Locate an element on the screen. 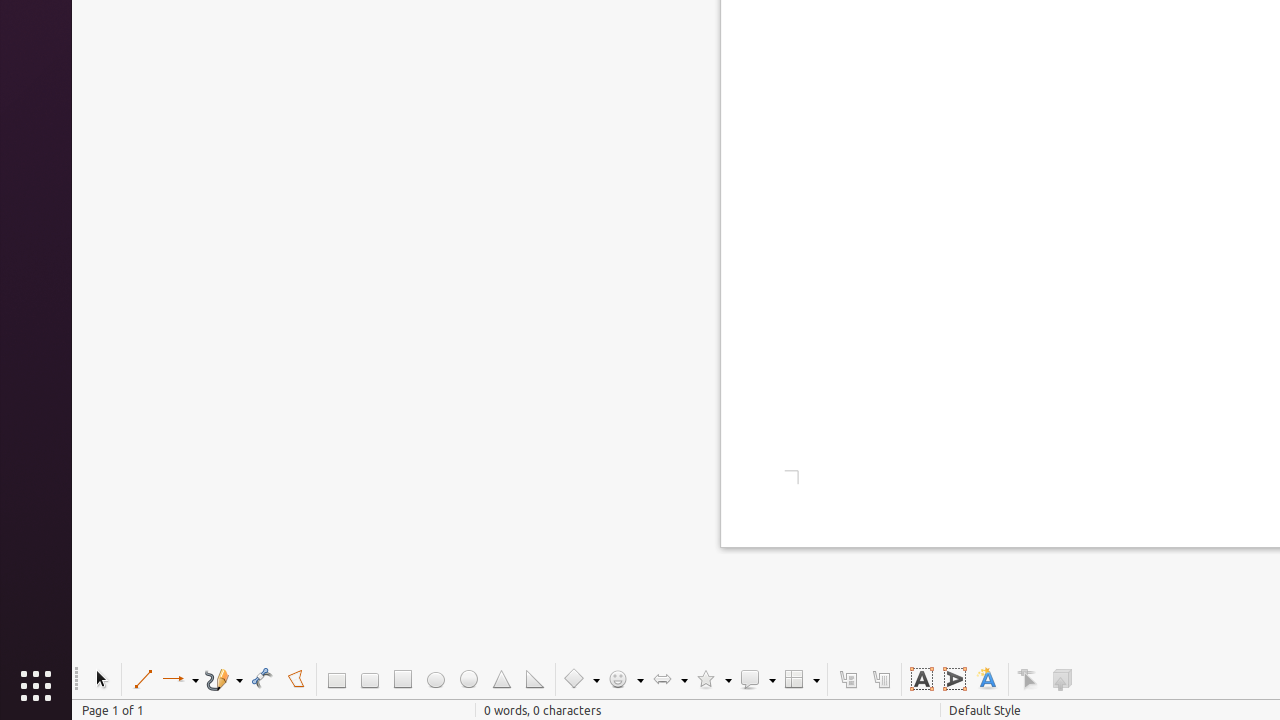  'Isosceles Triangle' is located at coordinates (501, 678).